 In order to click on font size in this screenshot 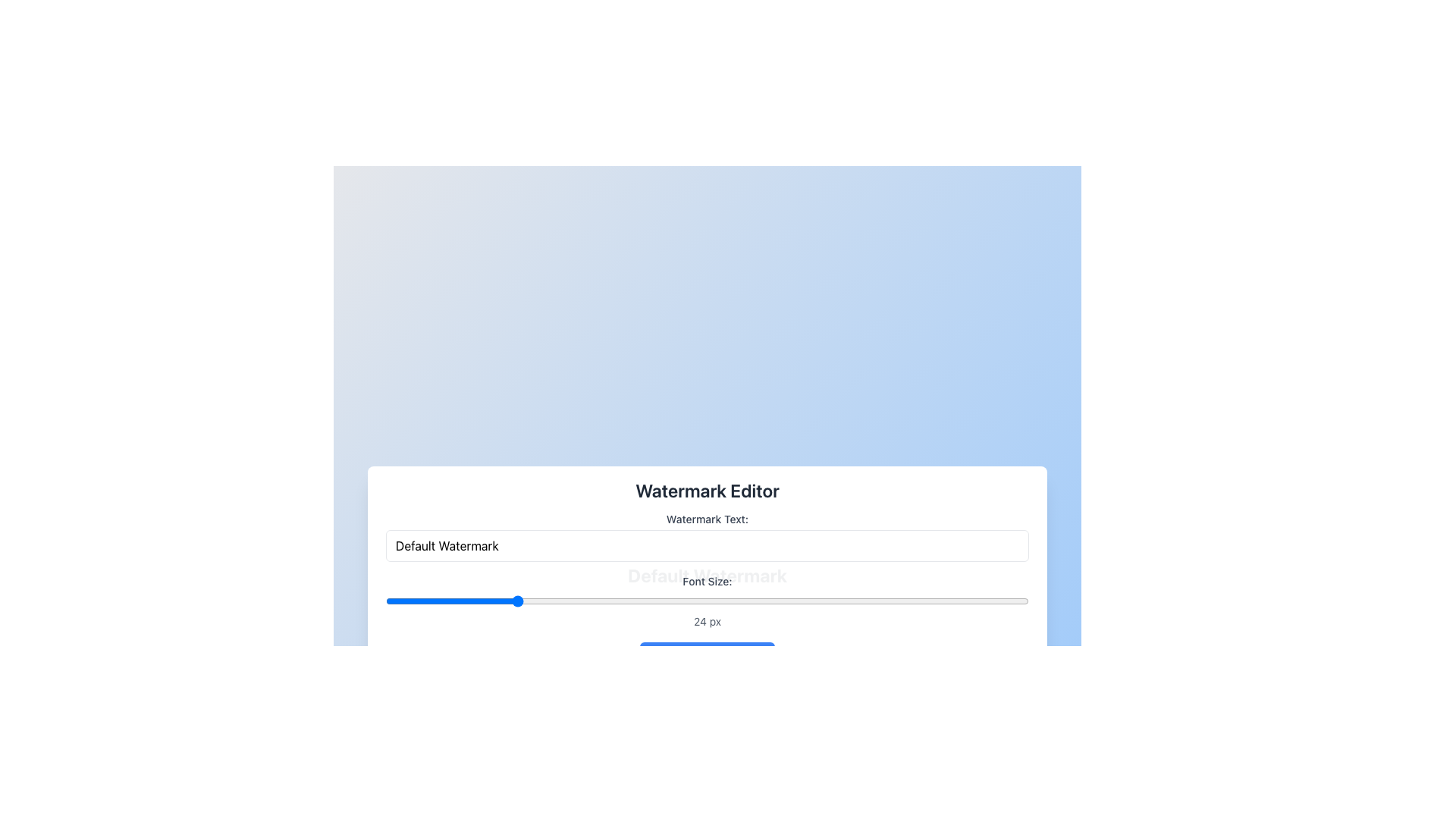, I will do `click(927, 601)`.